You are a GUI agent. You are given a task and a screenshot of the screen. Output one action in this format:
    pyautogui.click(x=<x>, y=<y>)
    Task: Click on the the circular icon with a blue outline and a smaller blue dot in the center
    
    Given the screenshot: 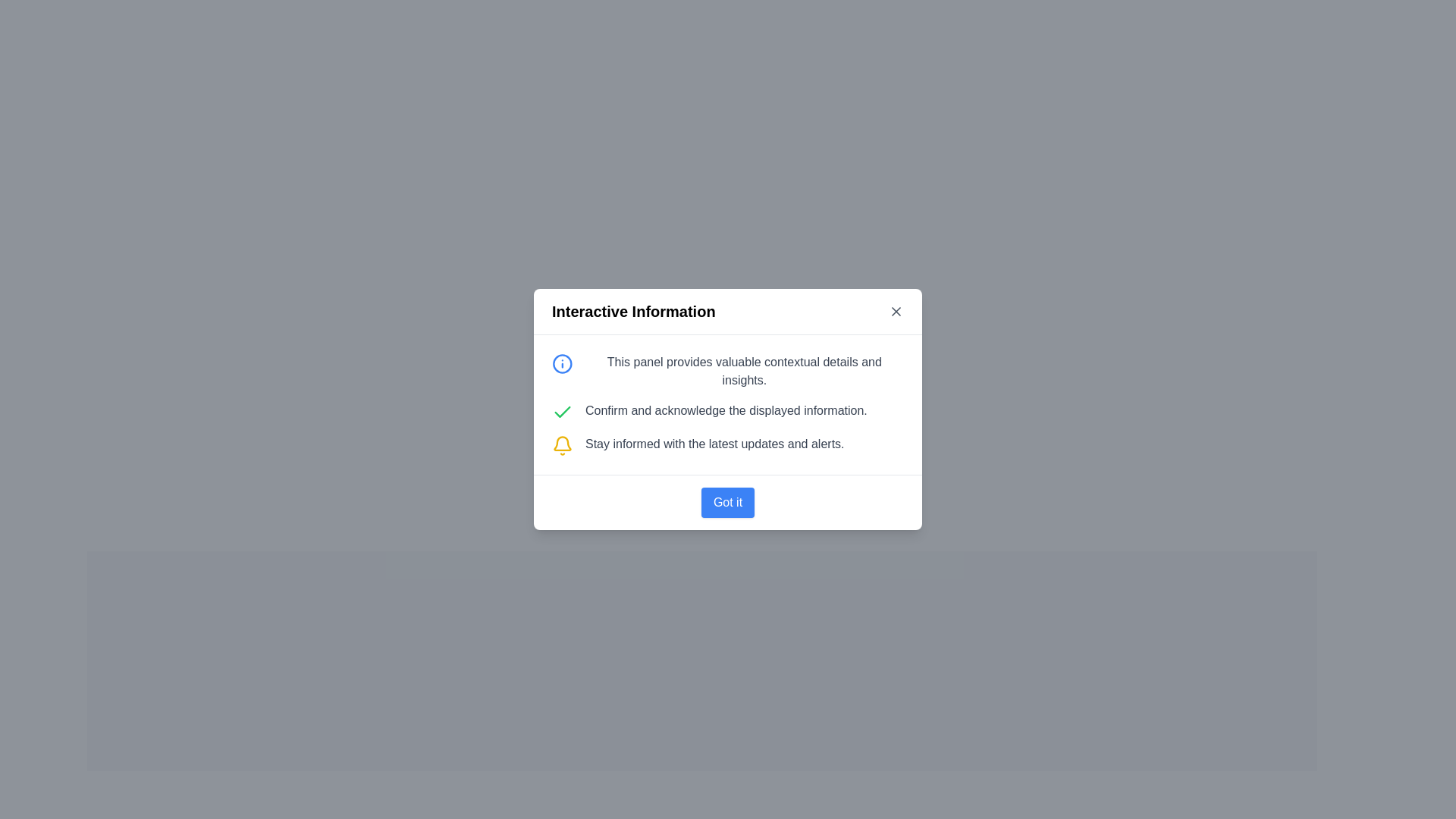 What is the action you would take?
    pyautogui.click(x=561, y=363)
    